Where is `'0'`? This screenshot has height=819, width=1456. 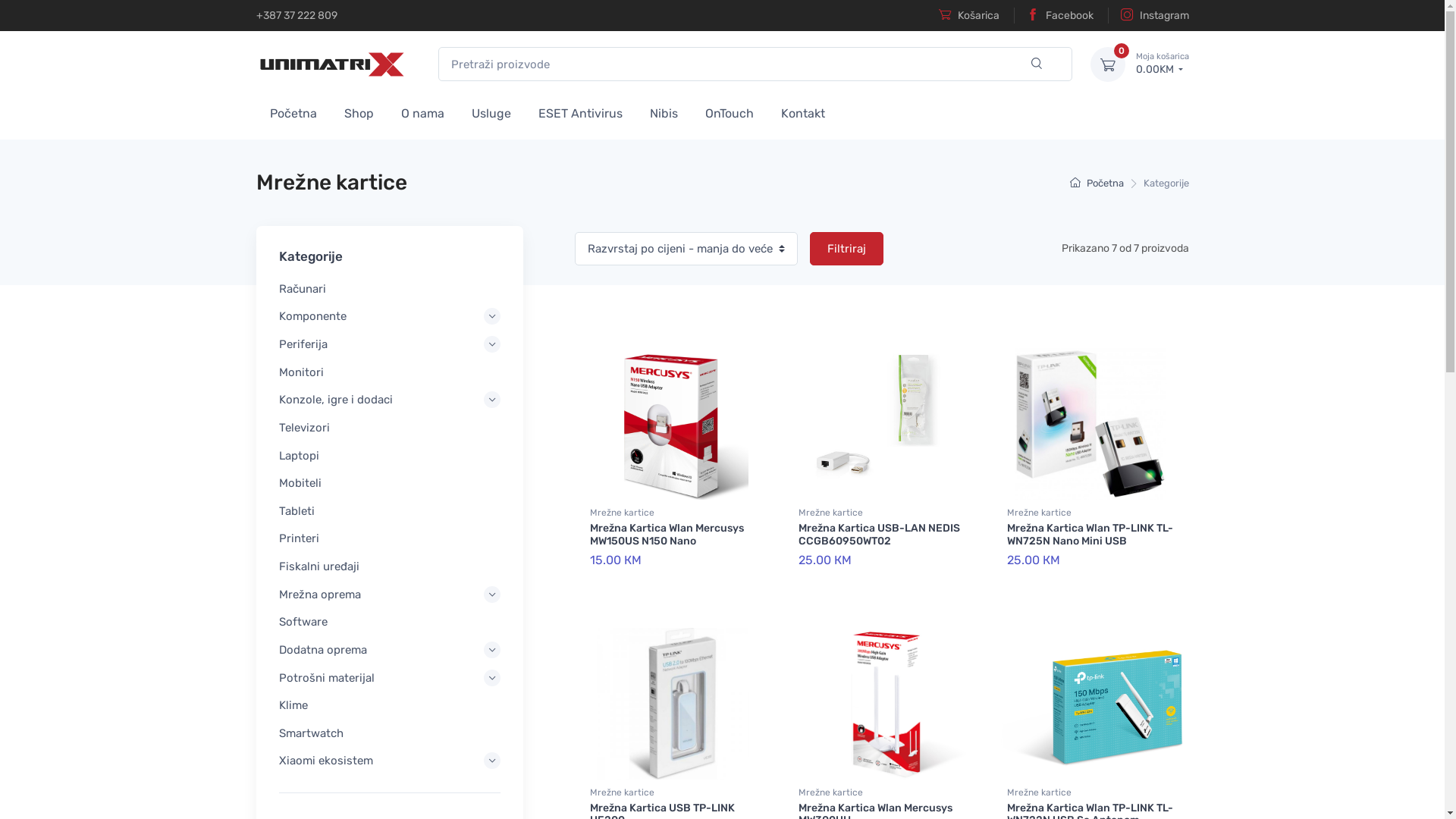 '0' is located at coordinates (1090, 63).